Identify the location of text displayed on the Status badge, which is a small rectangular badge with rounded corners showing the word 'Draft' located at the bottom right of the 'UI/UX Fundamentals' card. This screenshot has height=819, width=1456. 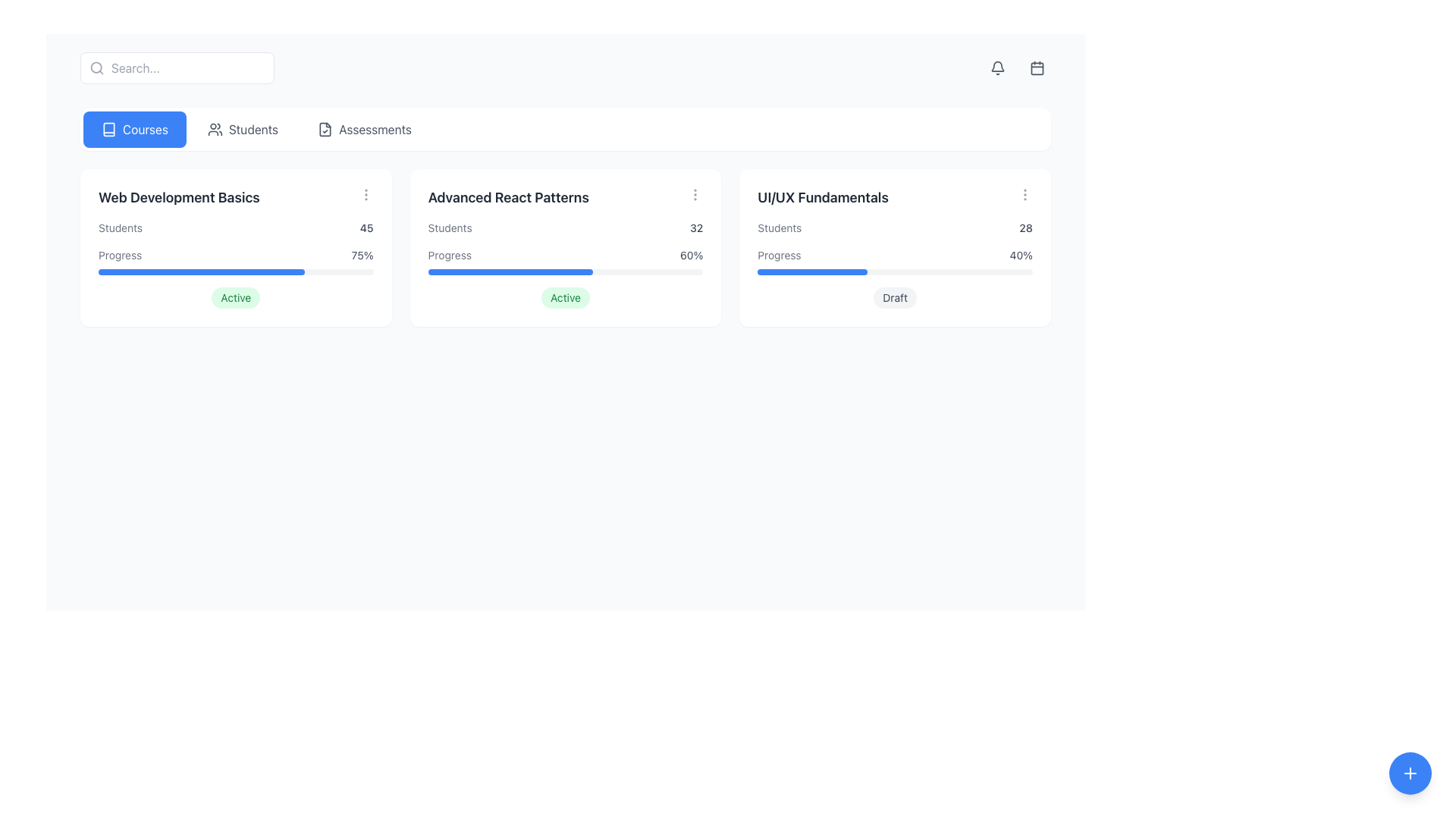
(895, 298).